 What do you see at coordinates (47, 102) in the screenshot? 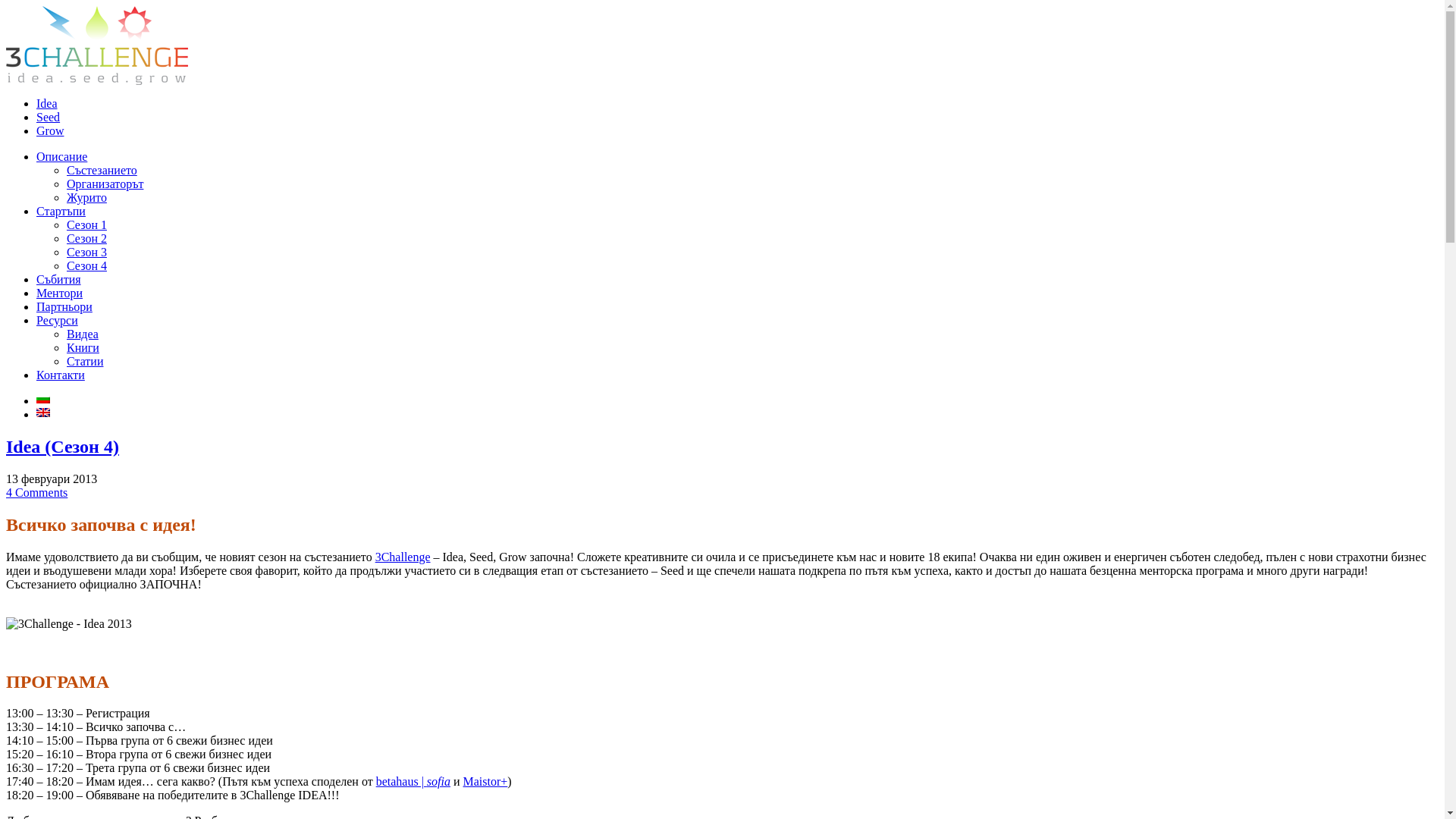
I see `'Idea'` at bounding box center [47, 102].